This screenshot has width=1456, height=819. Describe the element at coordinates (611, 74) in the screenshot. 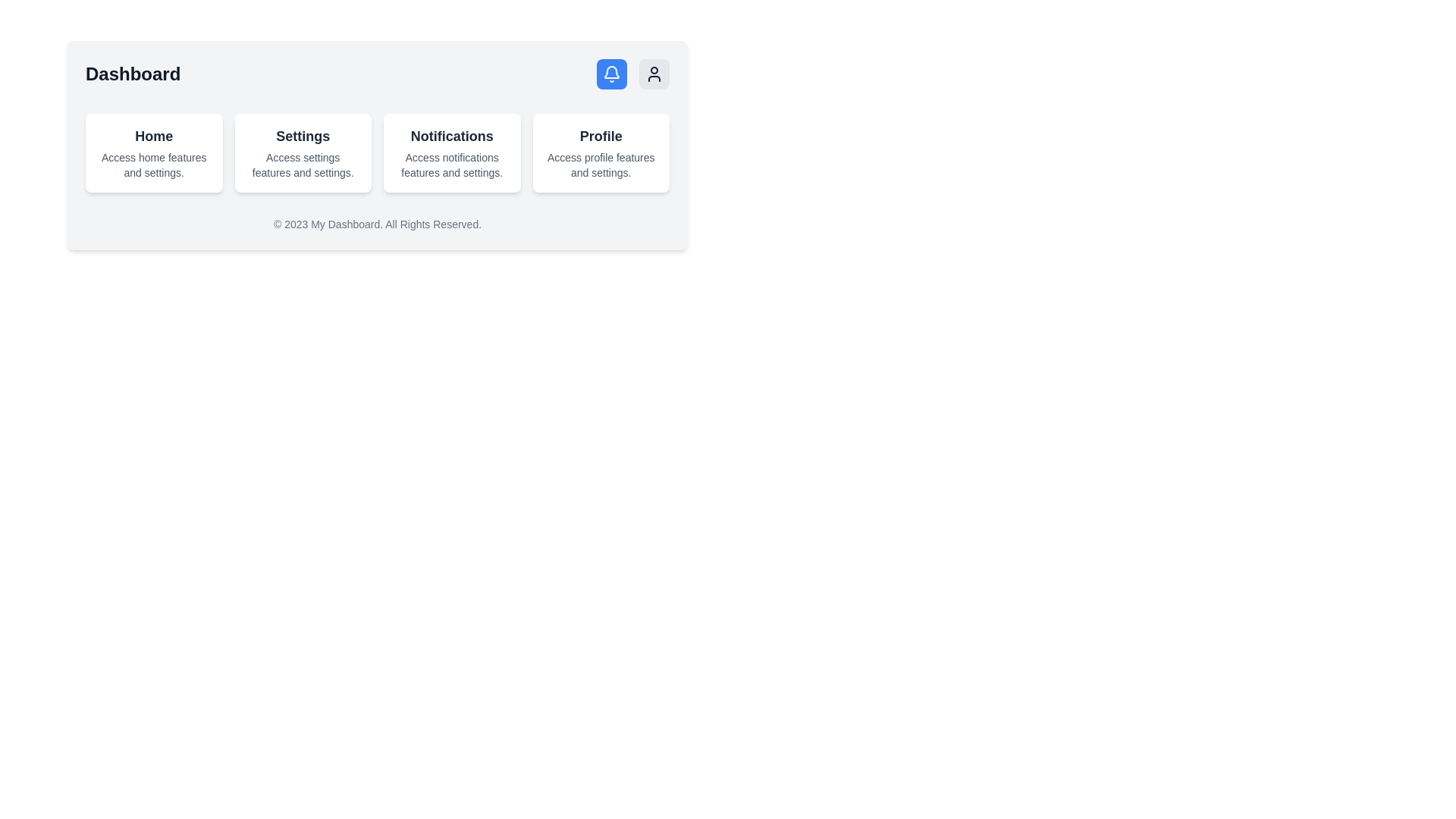

I see `the notification bell icon located in the top-right section of the interface, inside a rounded blue button` at that location.